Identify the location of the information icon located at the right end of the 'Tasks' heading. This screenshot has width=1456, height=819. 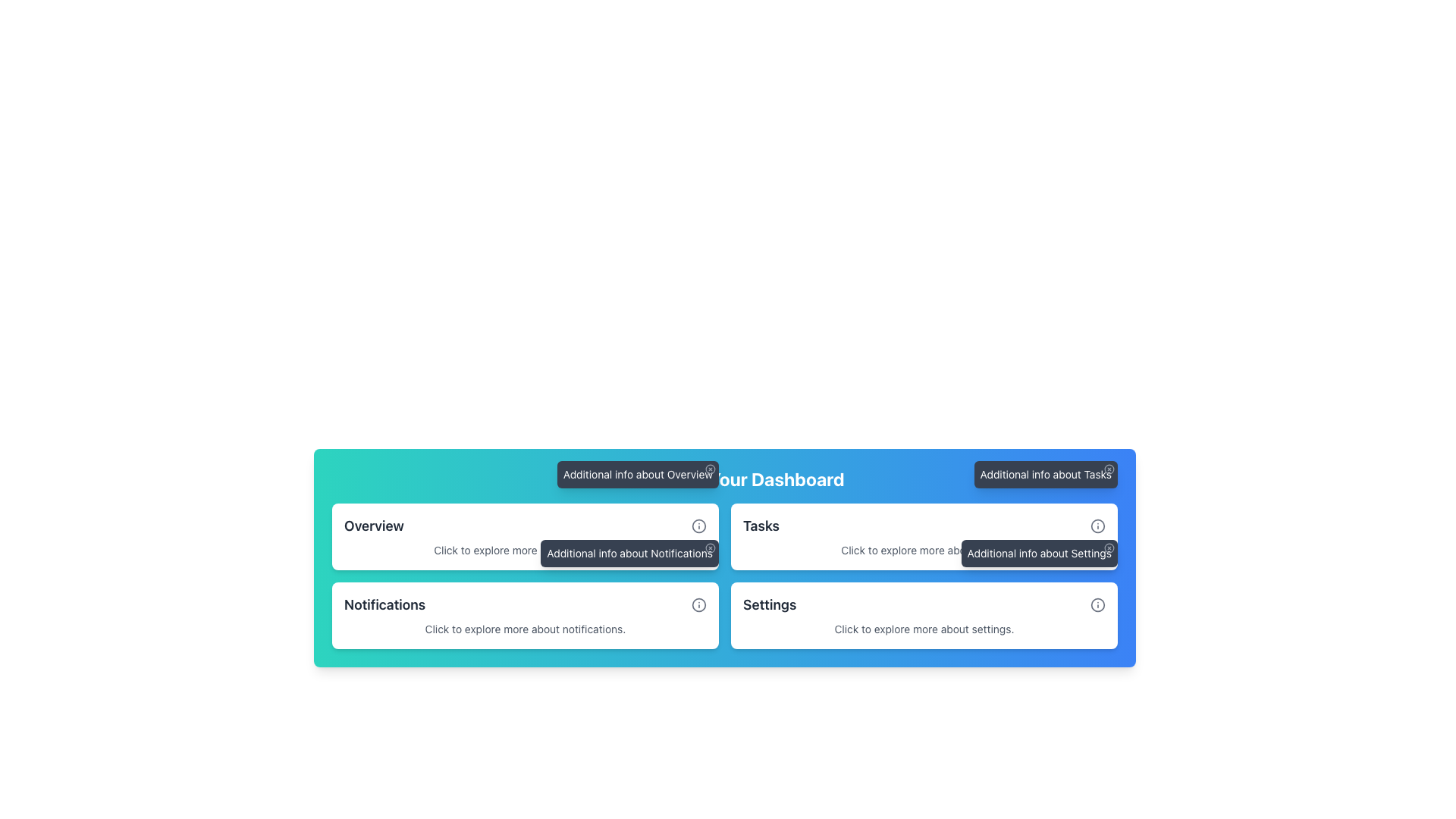
(1098, 526).